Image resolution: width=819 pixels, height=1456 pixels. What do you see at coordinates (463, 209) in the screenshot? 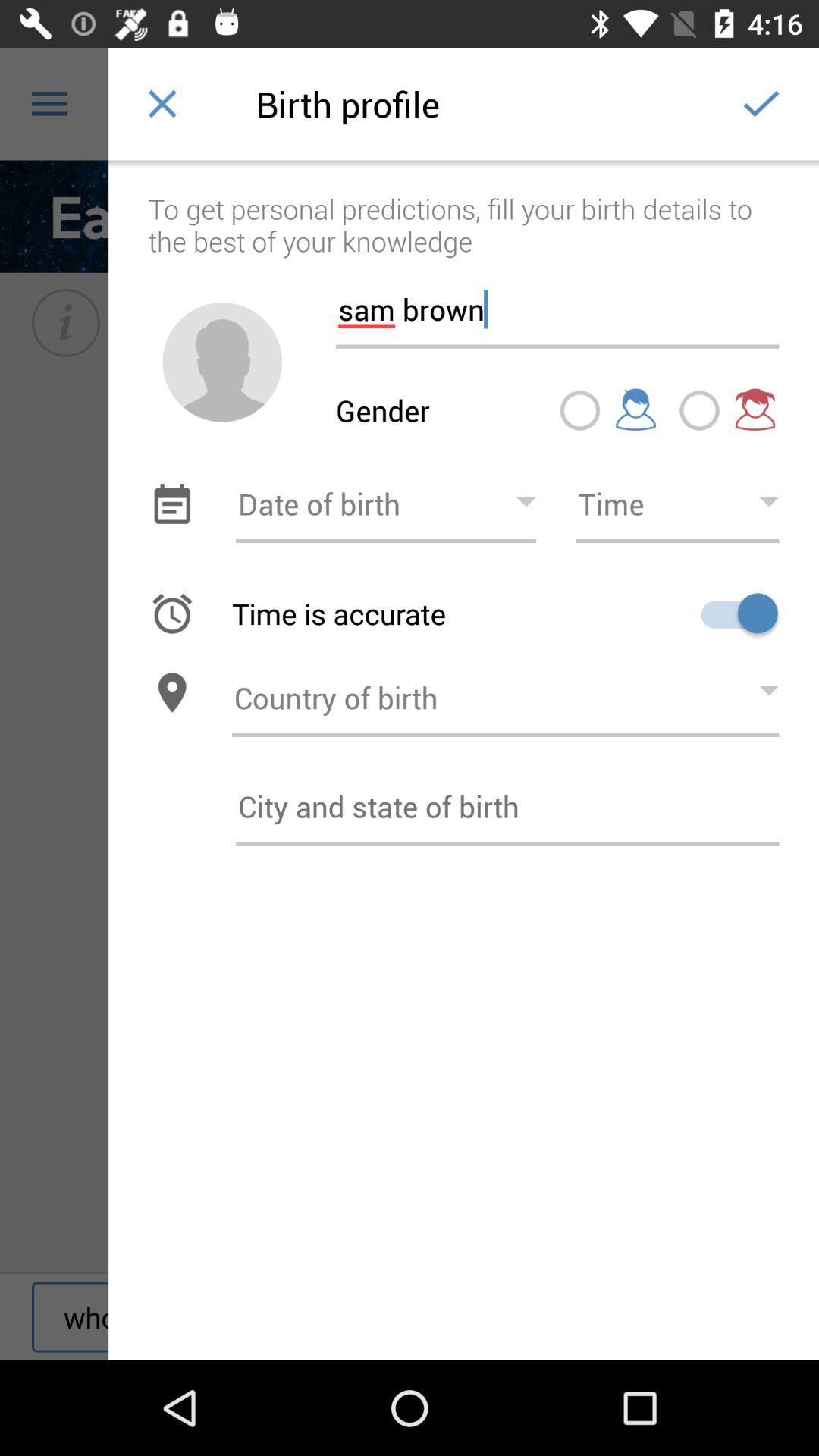
I see `the to get personal icon` at bounding box center [463, 209].